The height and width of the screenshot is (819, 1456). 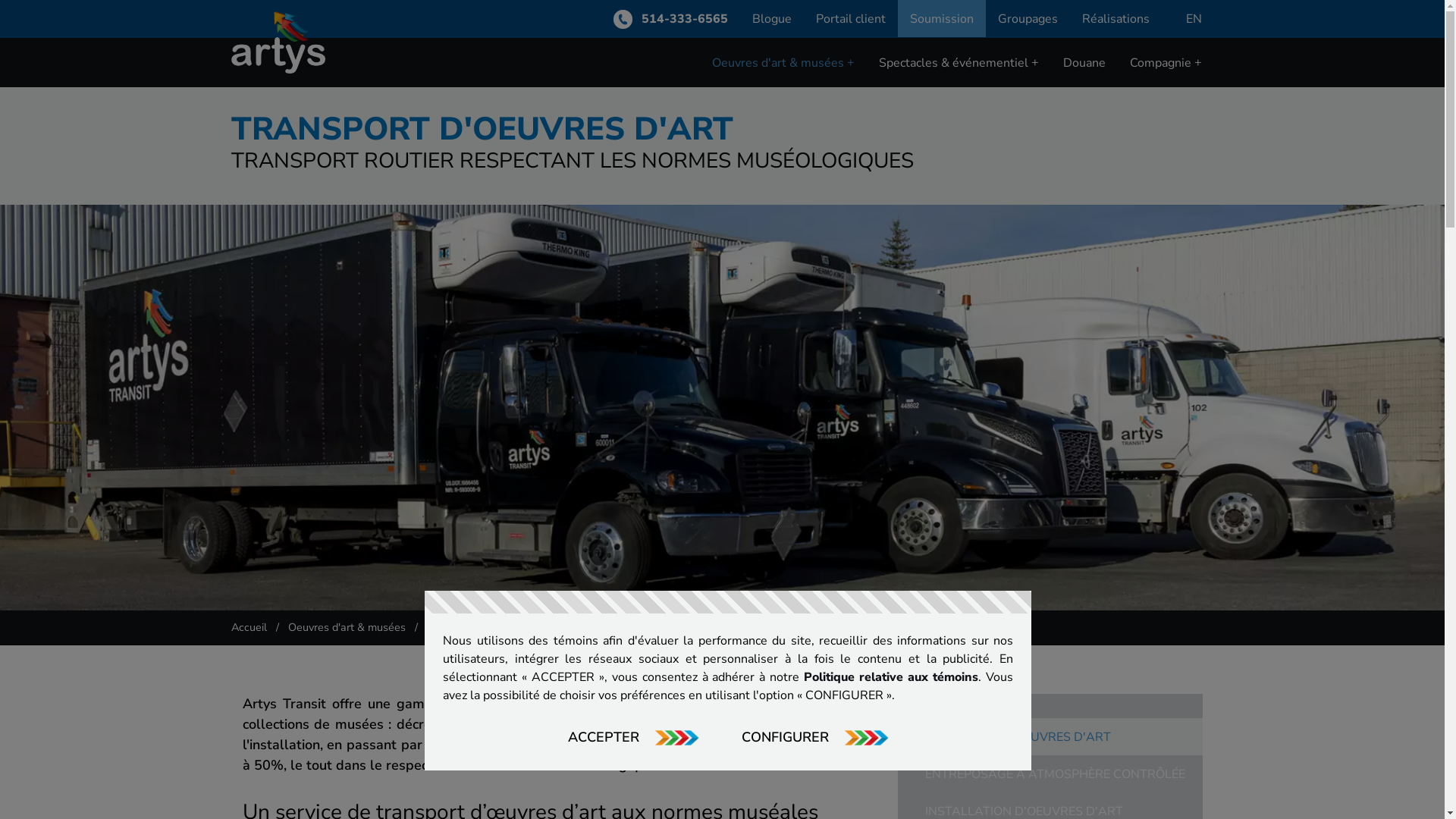 I want to click on 'EN', so click(x=1193, y=18).